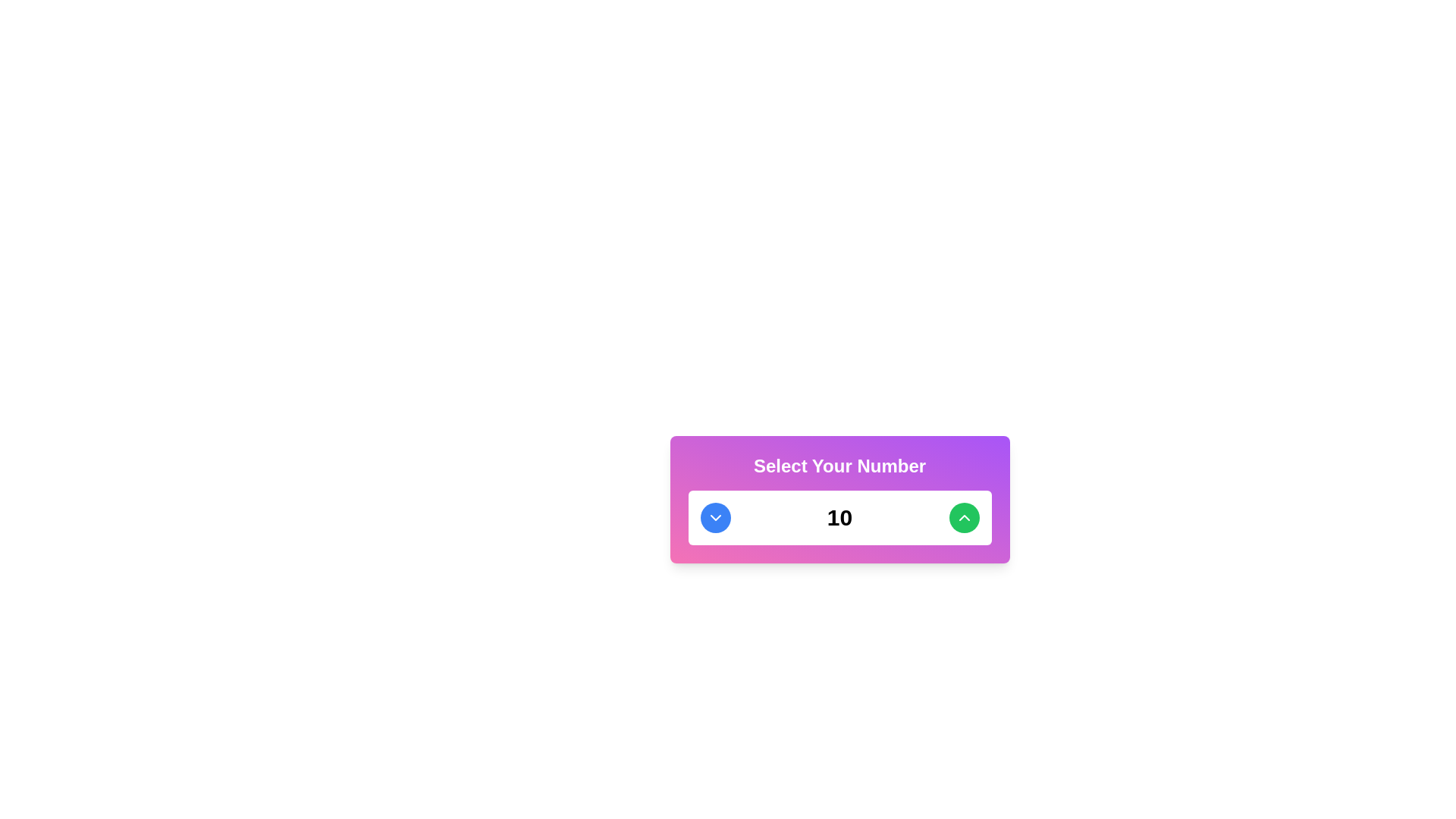 This screenshot has width=1456, height=819. Describe the element at coordinates (714, 516) in the screenshot. I see `the downward-pointing chevron icon centered within the circular button on the left side of the input box displaying the number '10'` at that location.